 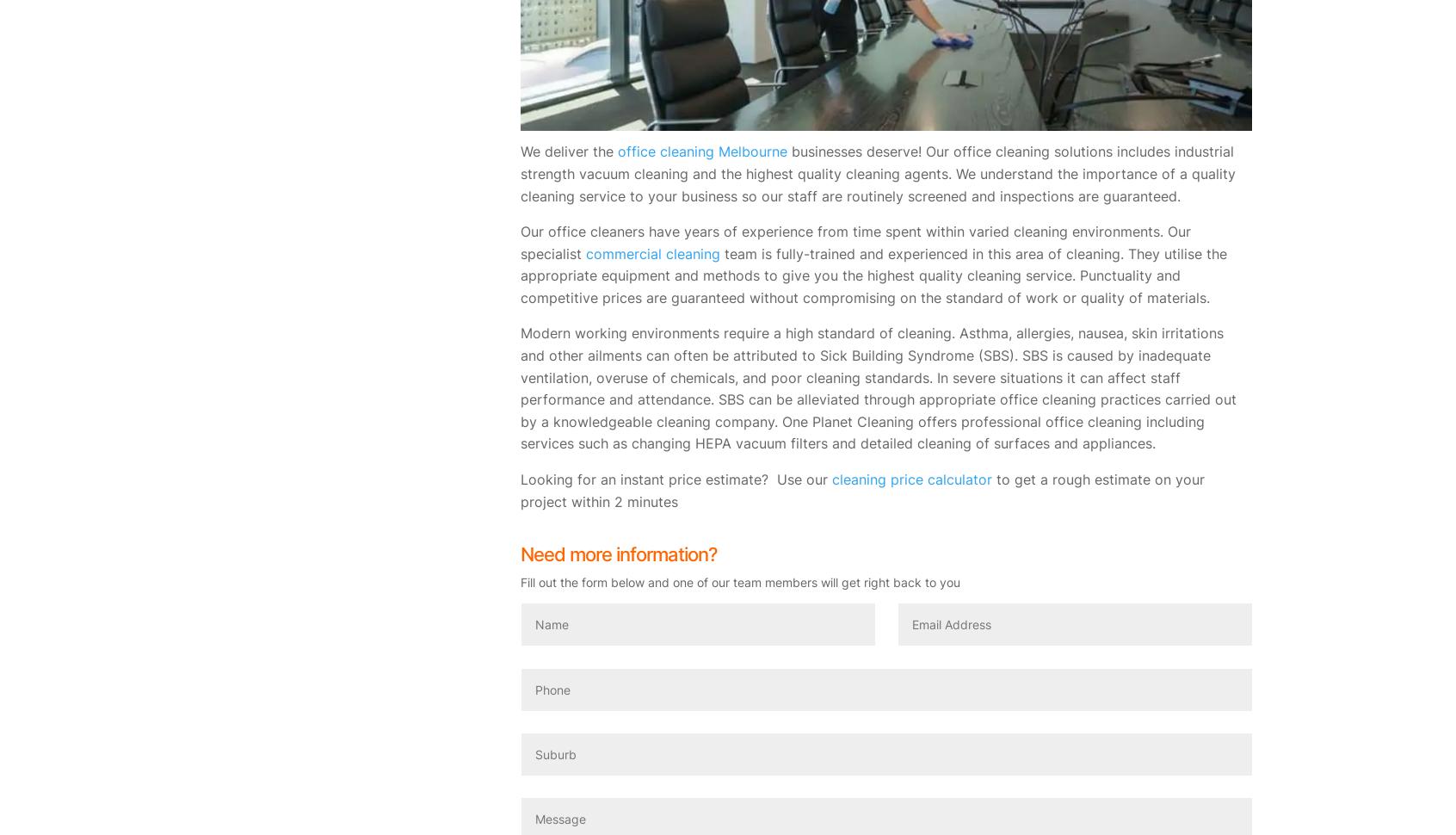 I want to click on 'team is fully-trained and experienced in this area of cleaning. They utilise the appropriate equipment and methods to give you the highest quality cleaning service. Punctuality and competitive prices are guaranteed without compromising on the standard of work or quality of materials.', so click(x=520, y=275).